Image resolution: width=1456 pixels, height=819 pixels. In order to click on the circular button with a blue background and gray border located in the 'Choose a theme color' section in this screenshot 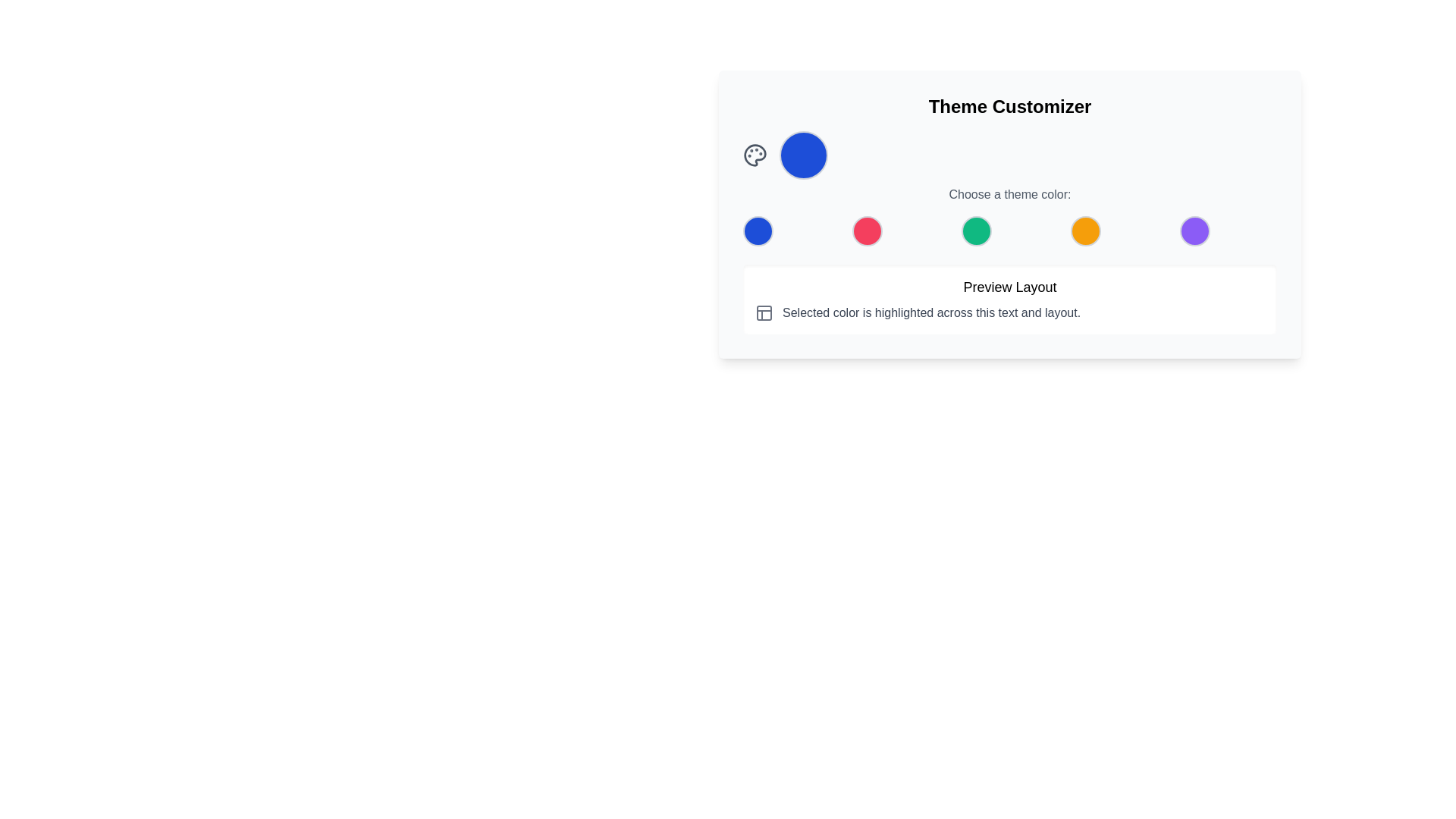, I will do `click(758, 231)`.